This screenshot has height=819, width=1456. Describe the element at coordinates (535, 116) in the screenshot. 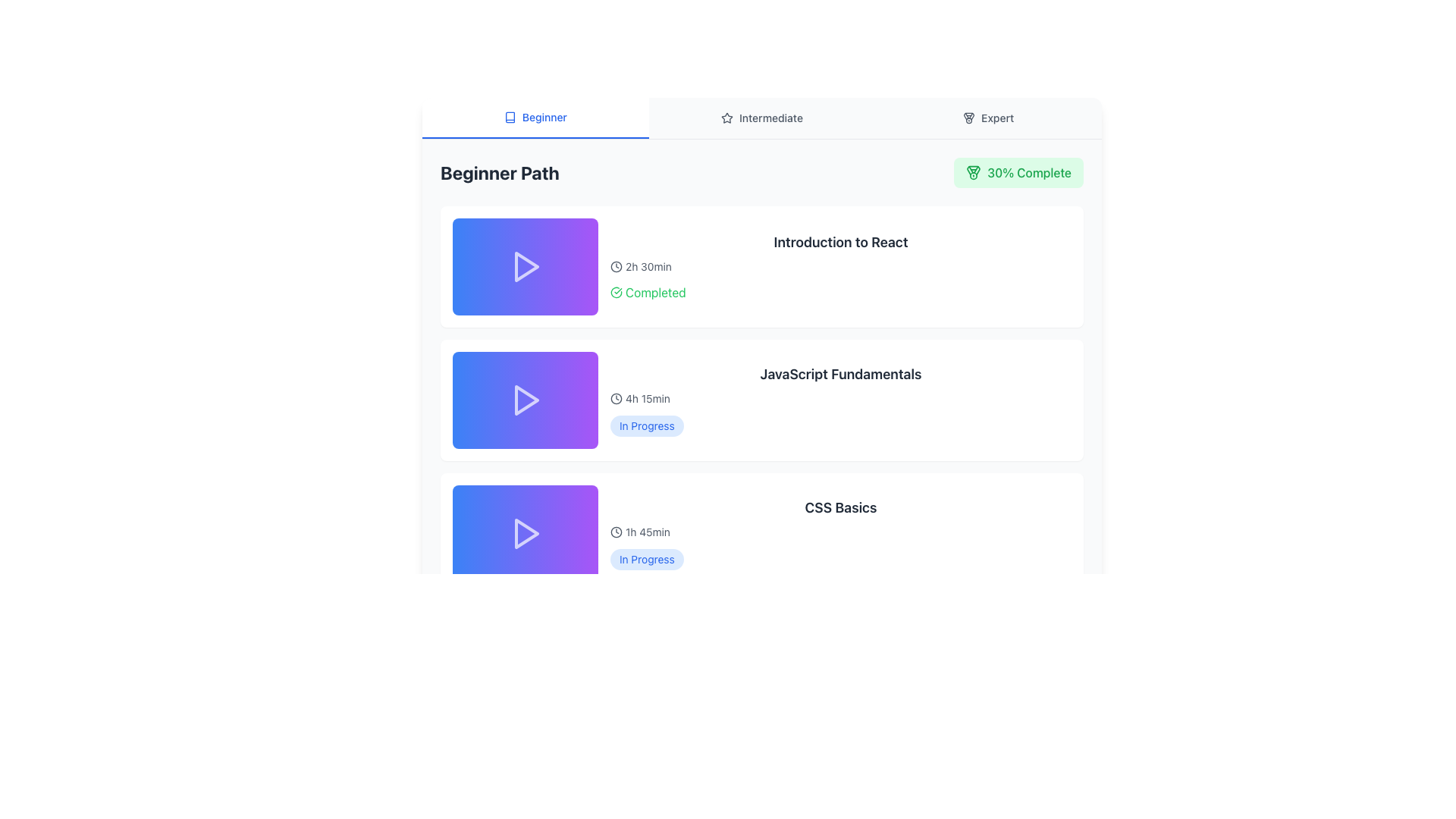

I see `the 'Beginner' tab which is styled in blue with bold text and a book icon, located in the top-left corner of the tab selection control` at that location.